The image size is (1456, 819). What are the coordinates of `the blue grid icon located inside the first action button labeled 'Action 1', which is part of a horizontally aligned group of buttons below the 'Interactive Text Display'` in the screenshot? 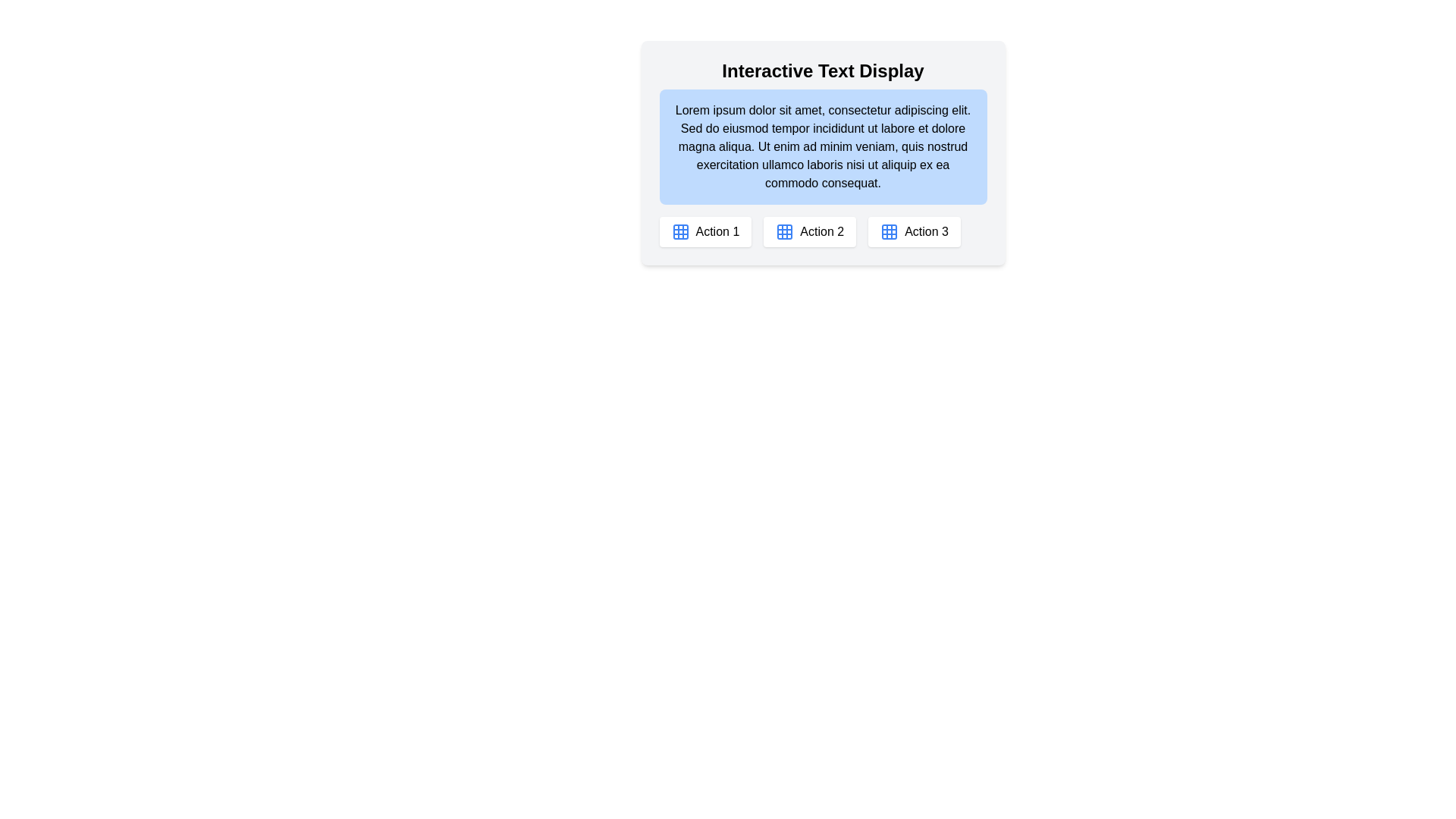 It's located at (679, 231).